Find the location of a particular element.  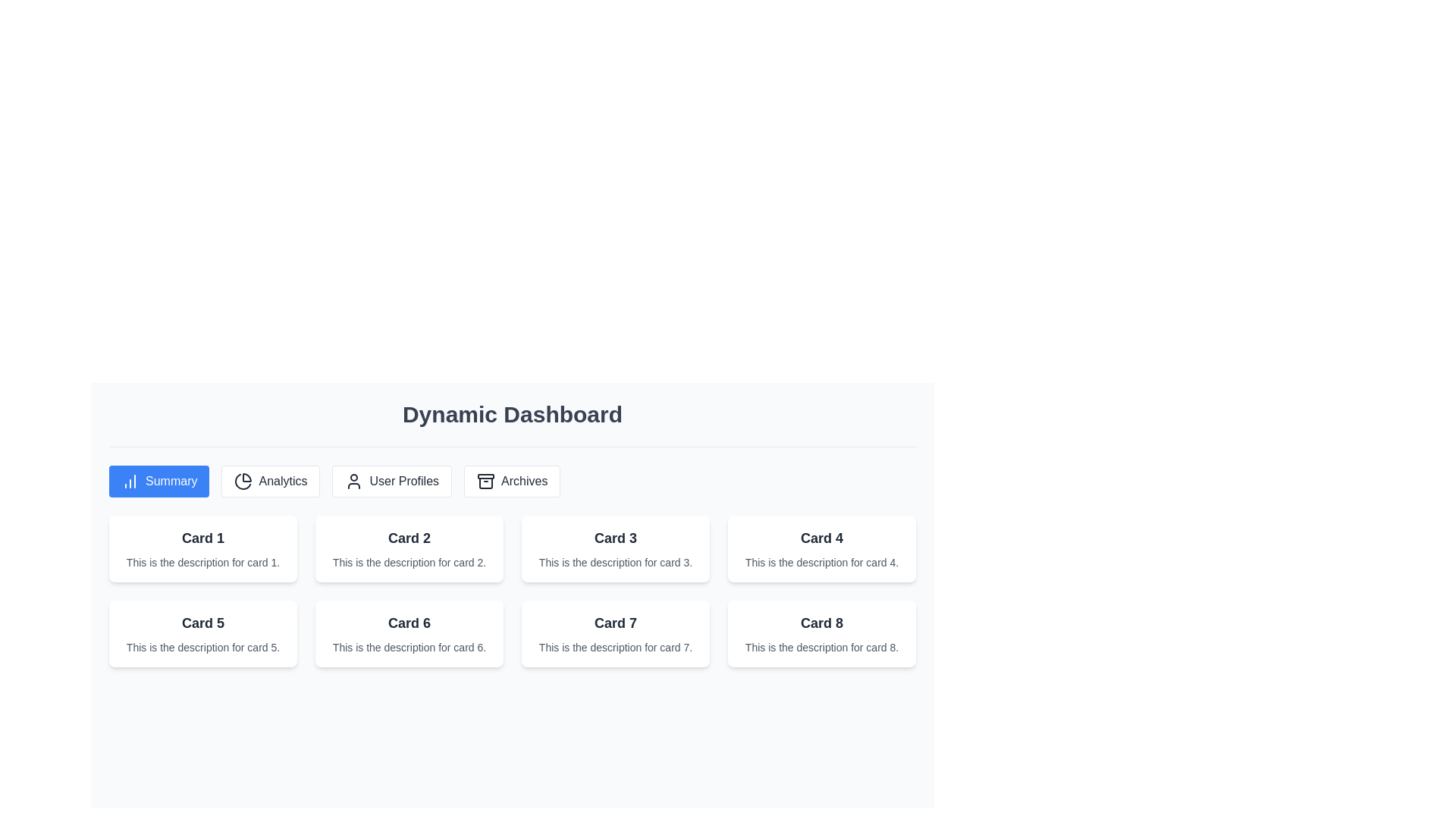

the Navigation Bar located below the 'Dynamic Dashboard' header is located at coordinates (513, 482).